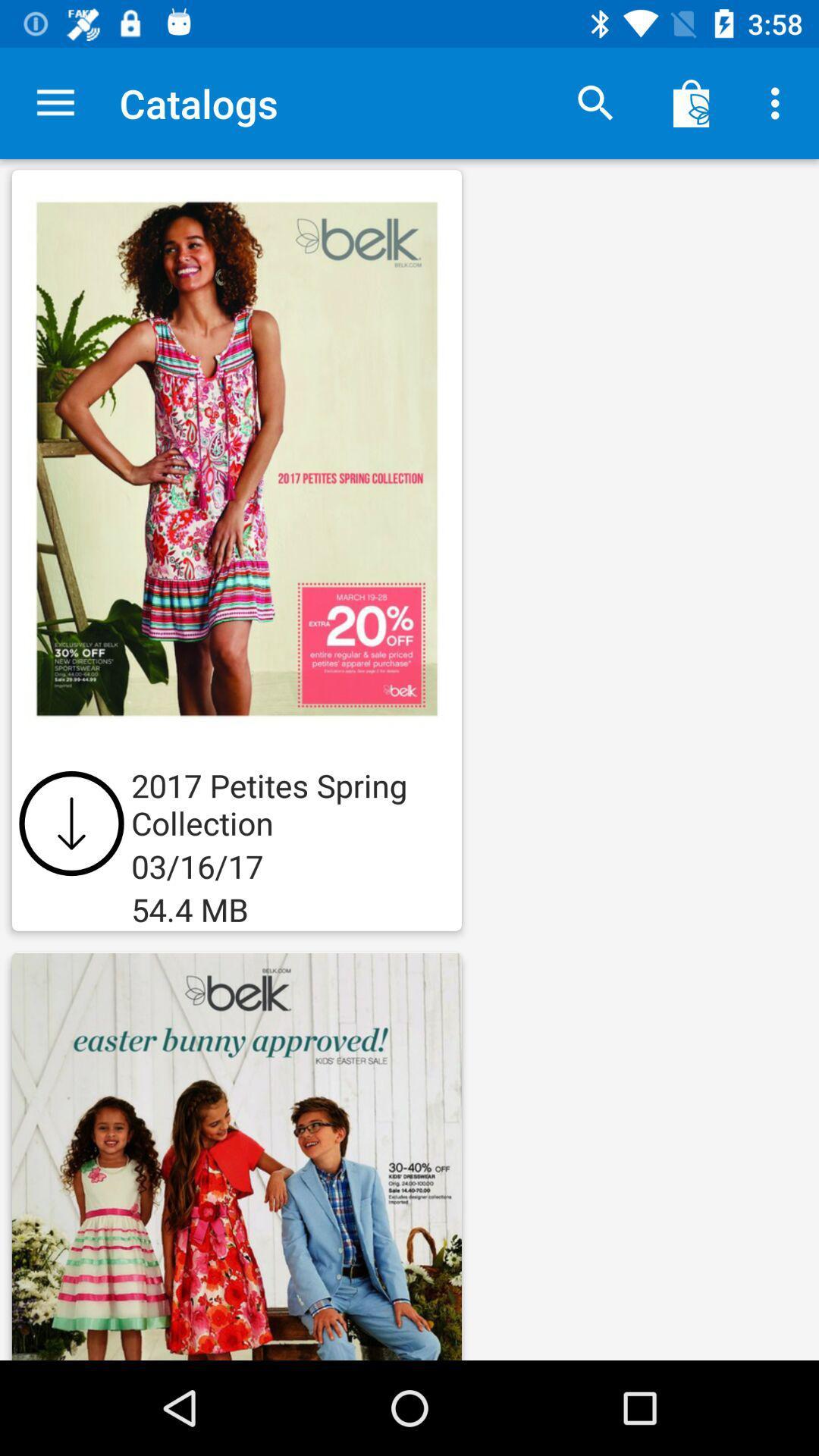 The image size is (819, 1456). I want to click on the item to the left of 2017 petites spring item, so click(71, 822).